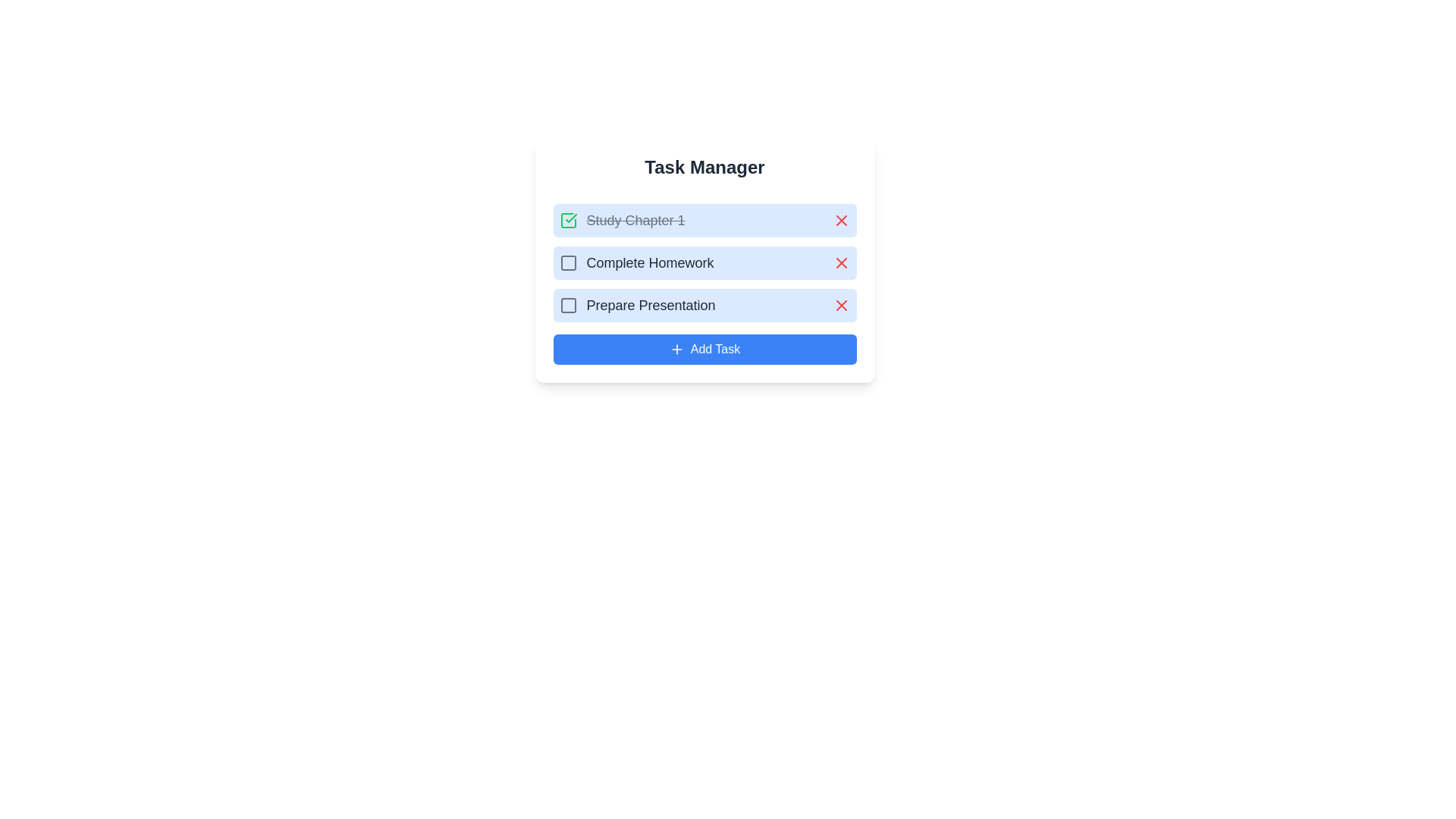 Image resolution: width=1456 pixels, height=819 pixels. What do you see at coordinates (636, 262) in the screenshot?
I see `the text label of the checkbox for the task titled 'Complete Homework'` at bounding box center [636, 262].